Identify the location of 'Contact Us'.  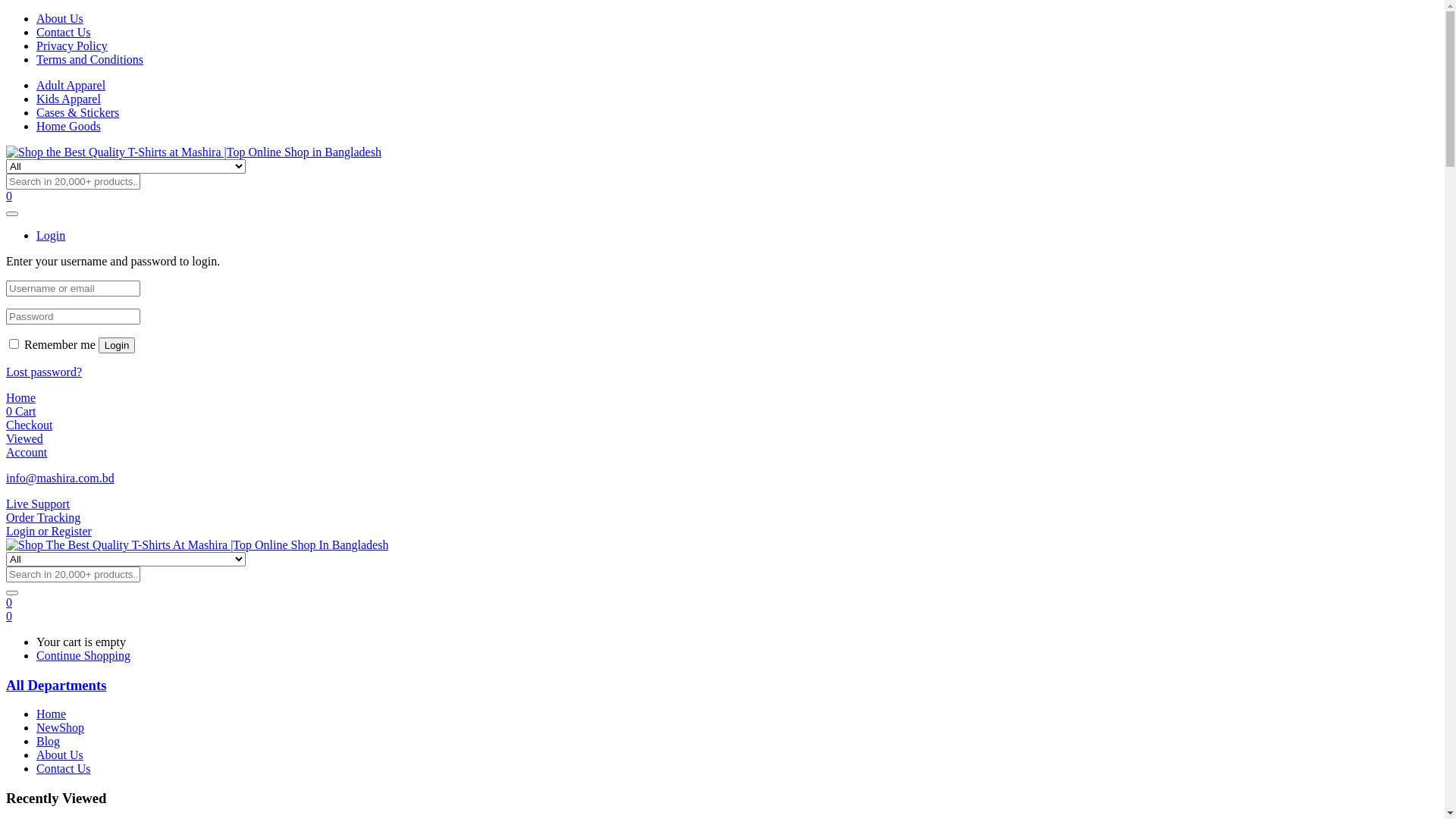
(36, 32).